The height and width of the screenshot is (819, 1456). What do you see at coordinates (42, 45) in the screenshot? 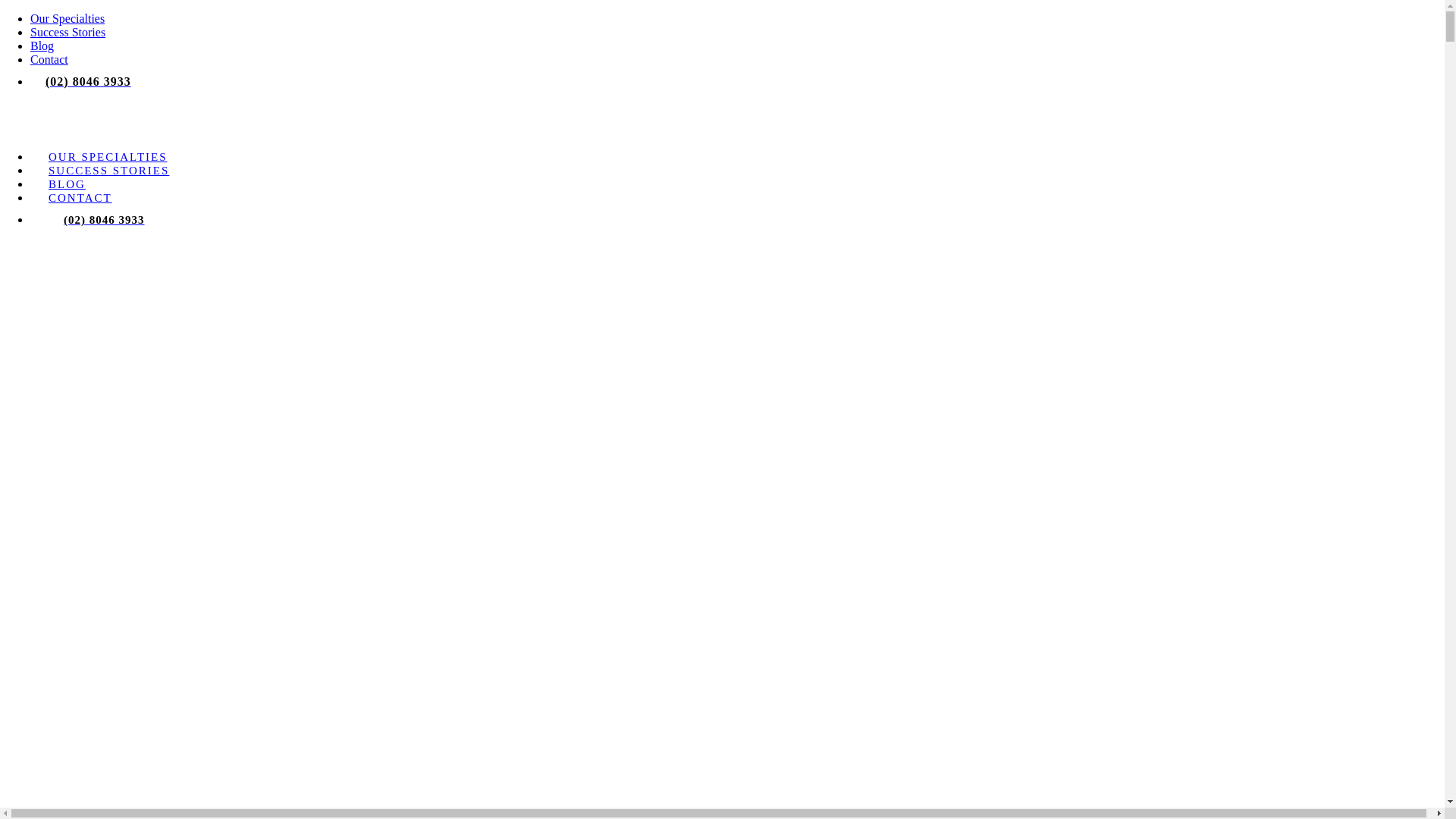
I see `'Blog'` at bounding box center [42, 45].